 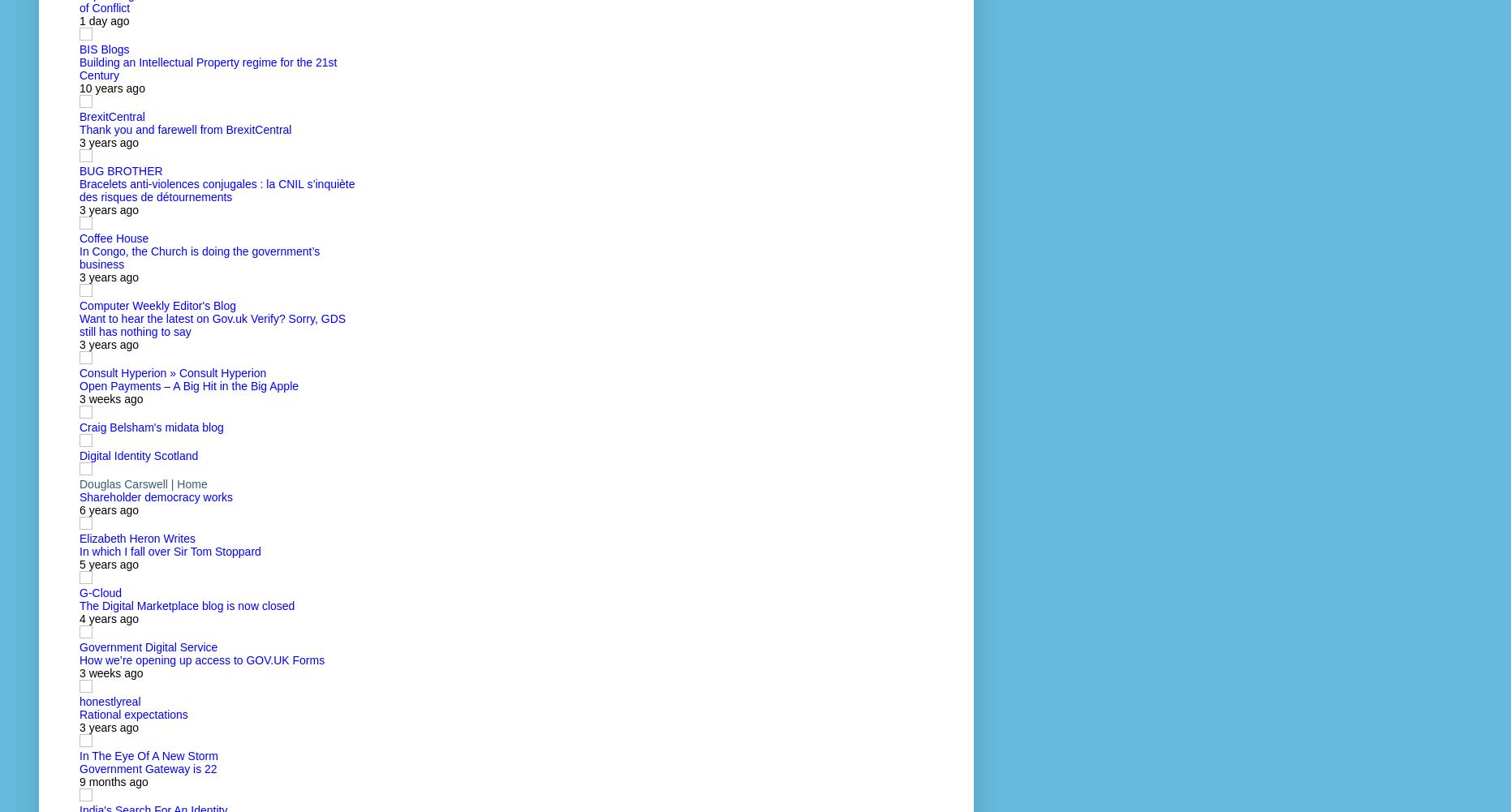 What do you see at coordinates (187, 606) in the screenshot?
I see `'The Digital Marketplace blog is now closed'` at bounding box center [187, 606].